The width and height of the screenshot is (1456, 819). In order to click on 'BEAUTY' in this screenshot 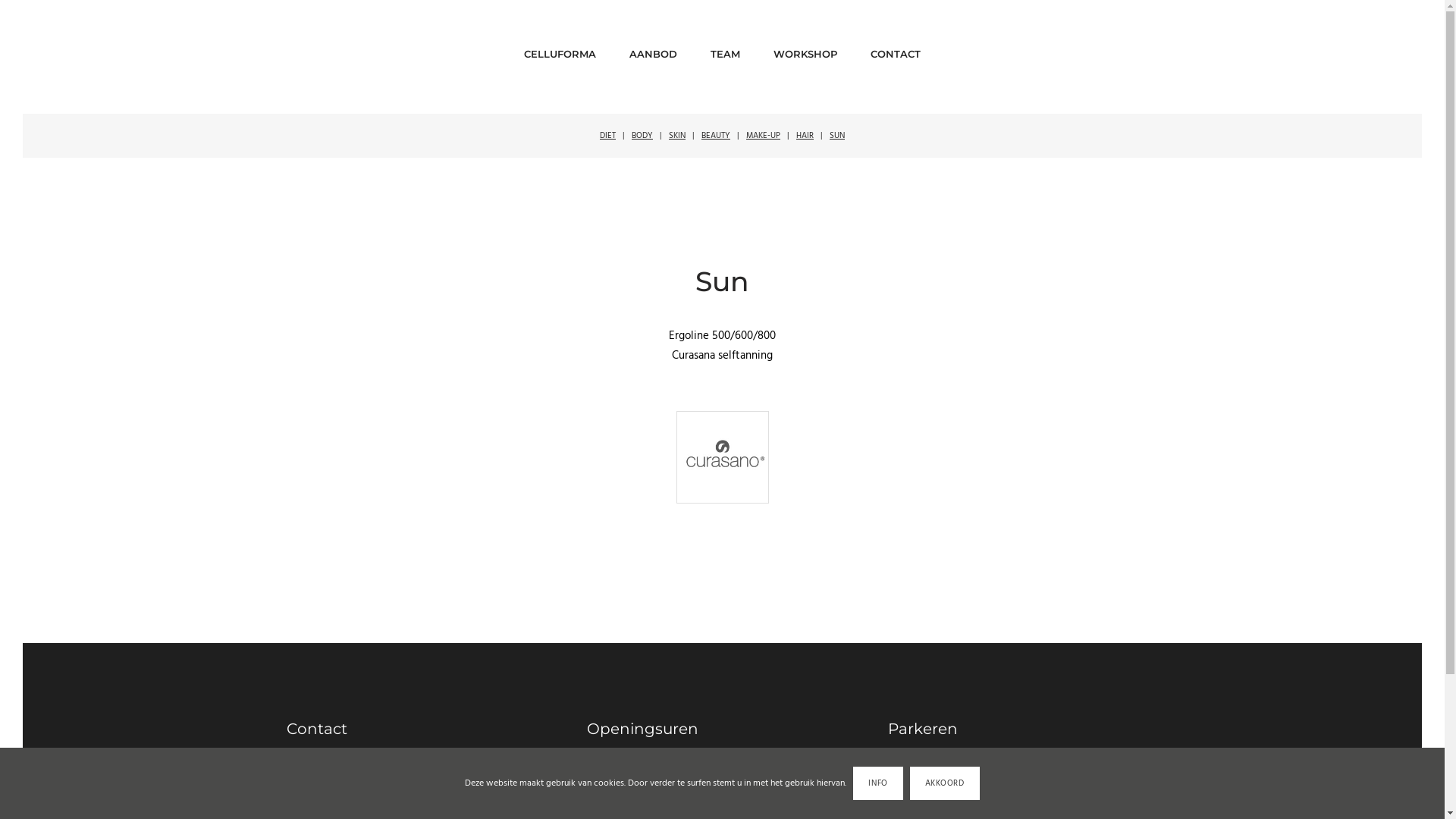, I will do `click(715, 134)`.